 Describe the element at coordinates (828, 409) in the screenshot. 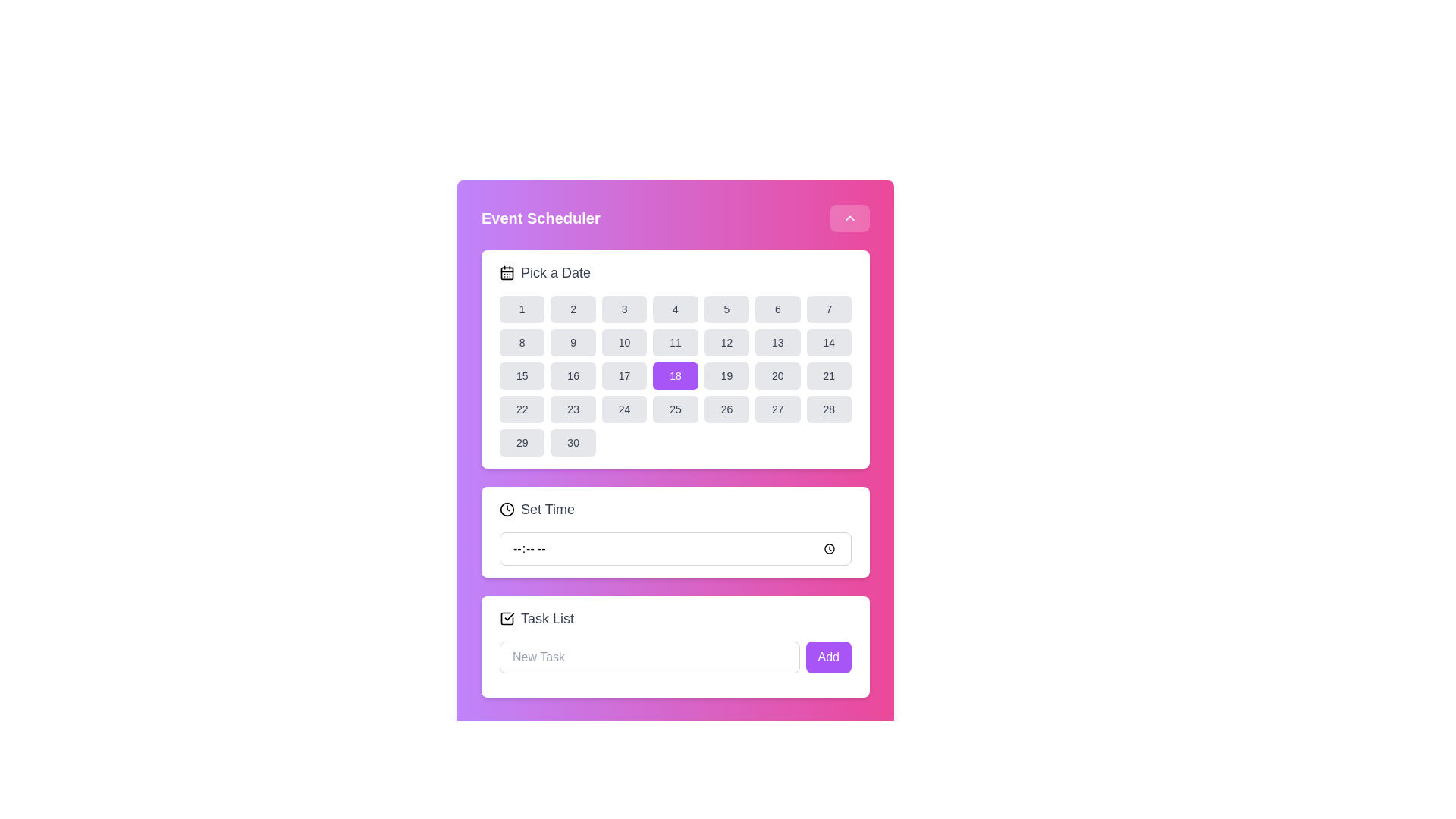

I see `the selectable date button '28' in the last column of the fifth row of the calendar` at that location.